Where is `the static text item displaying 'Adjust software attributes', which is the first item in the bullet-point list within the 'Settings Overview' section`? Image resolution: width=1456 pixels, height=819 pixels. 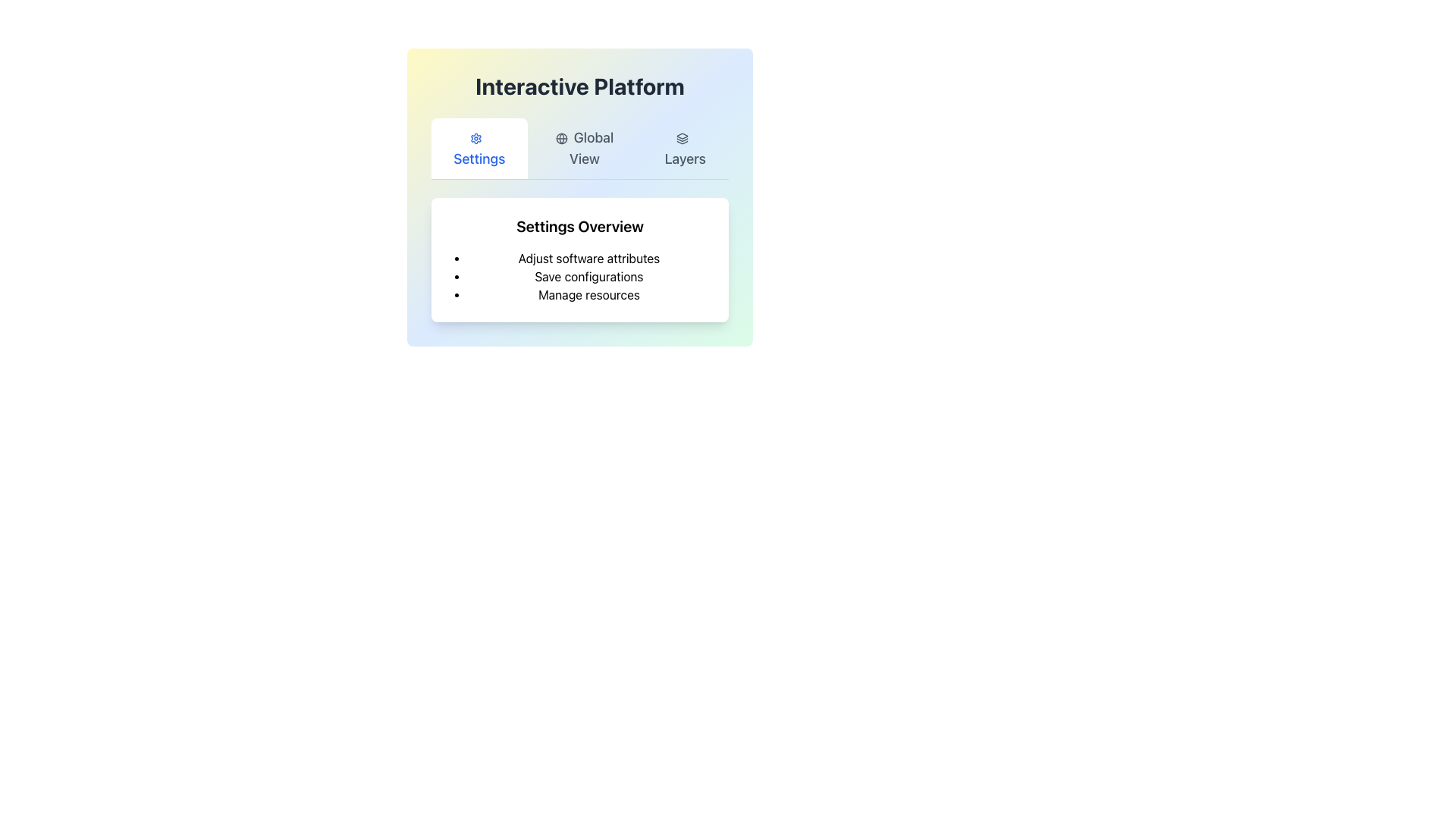
the static text item displaying 'Adjust software attributes', which is the first item in the bullet-point list within the 'Settings Overview' section is located at coordinates (588, 257).